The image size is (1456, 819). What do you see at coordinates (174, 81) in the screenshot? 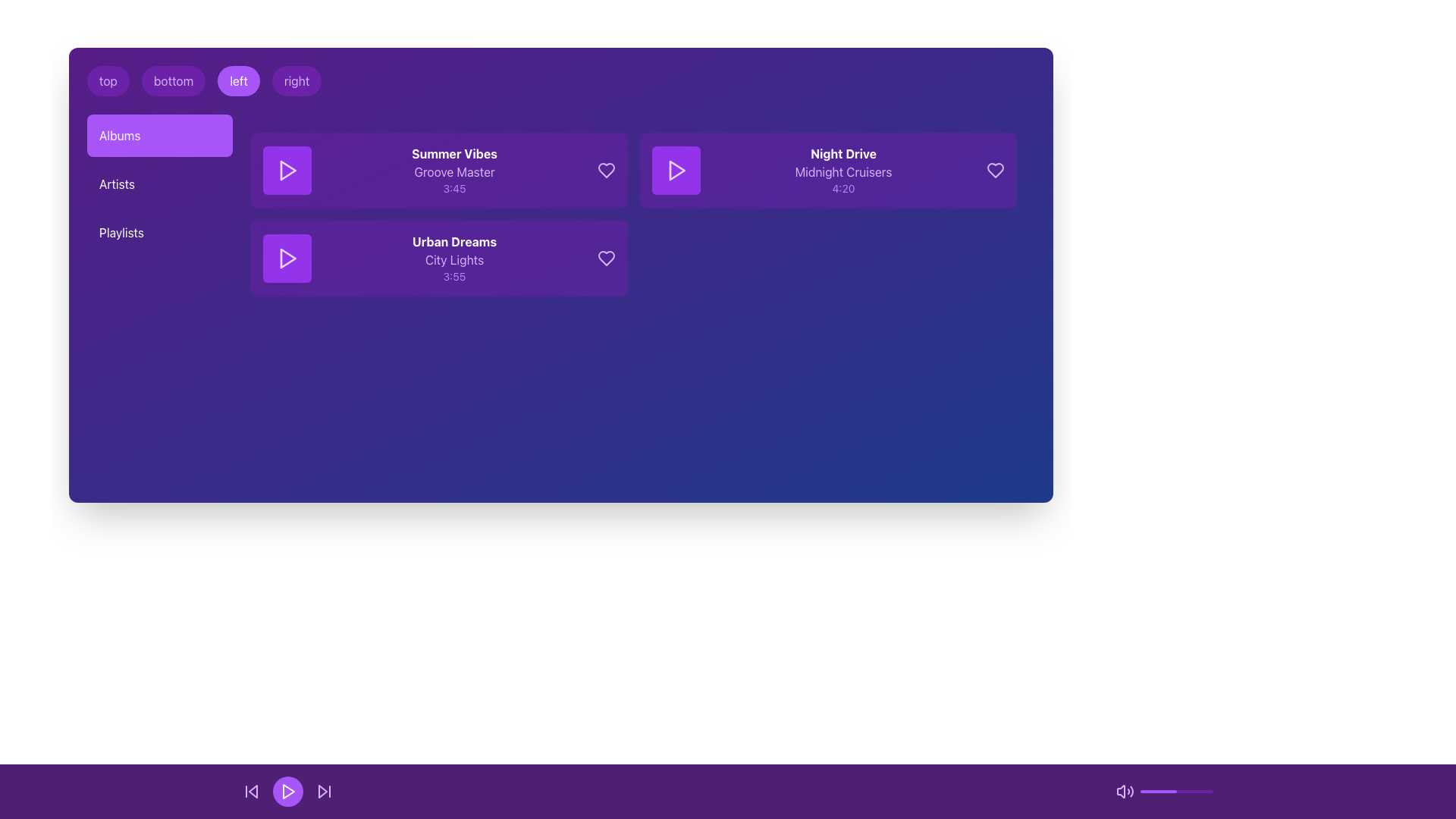
I see `the 'bottom' button, which is the second button in a row of four horizontally aligned buttons` at bounding box center [174, 81].